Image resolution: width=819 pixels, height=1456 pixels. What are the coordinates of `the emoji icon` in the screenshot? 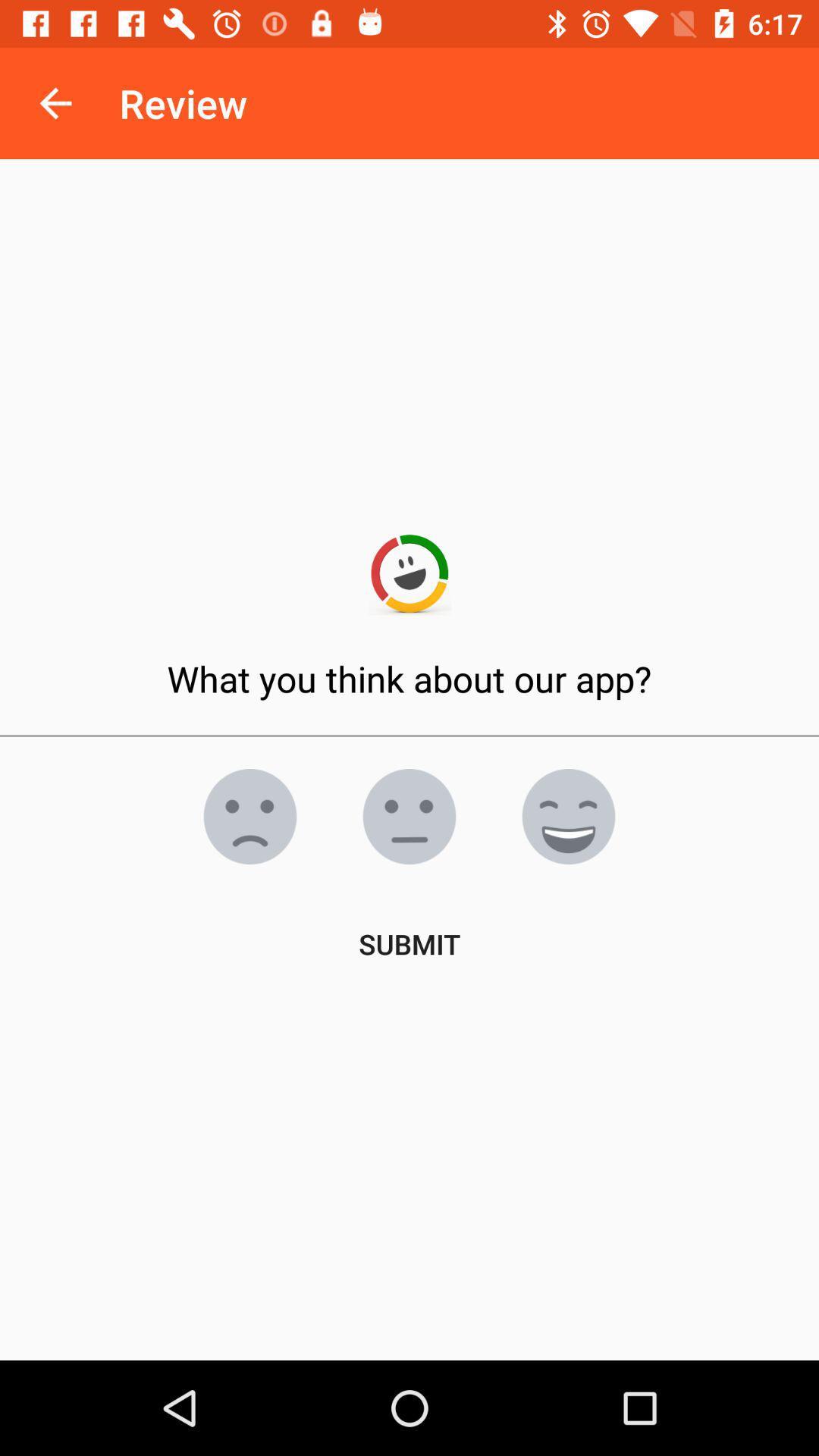 It's located at (249, 815).